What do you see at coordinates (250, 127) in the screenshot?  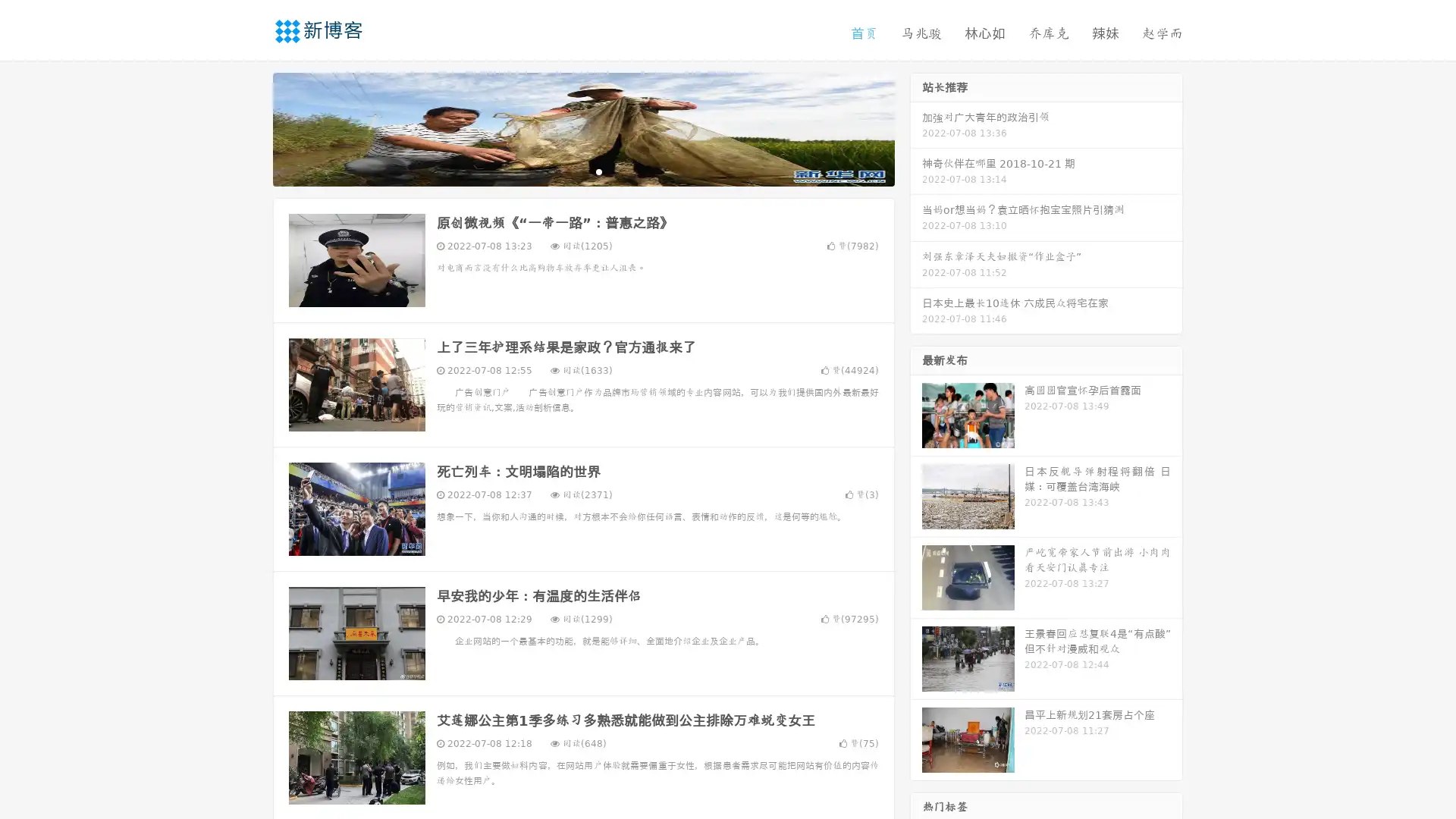 I see `Previous slide` at bounding box center [250, 127].